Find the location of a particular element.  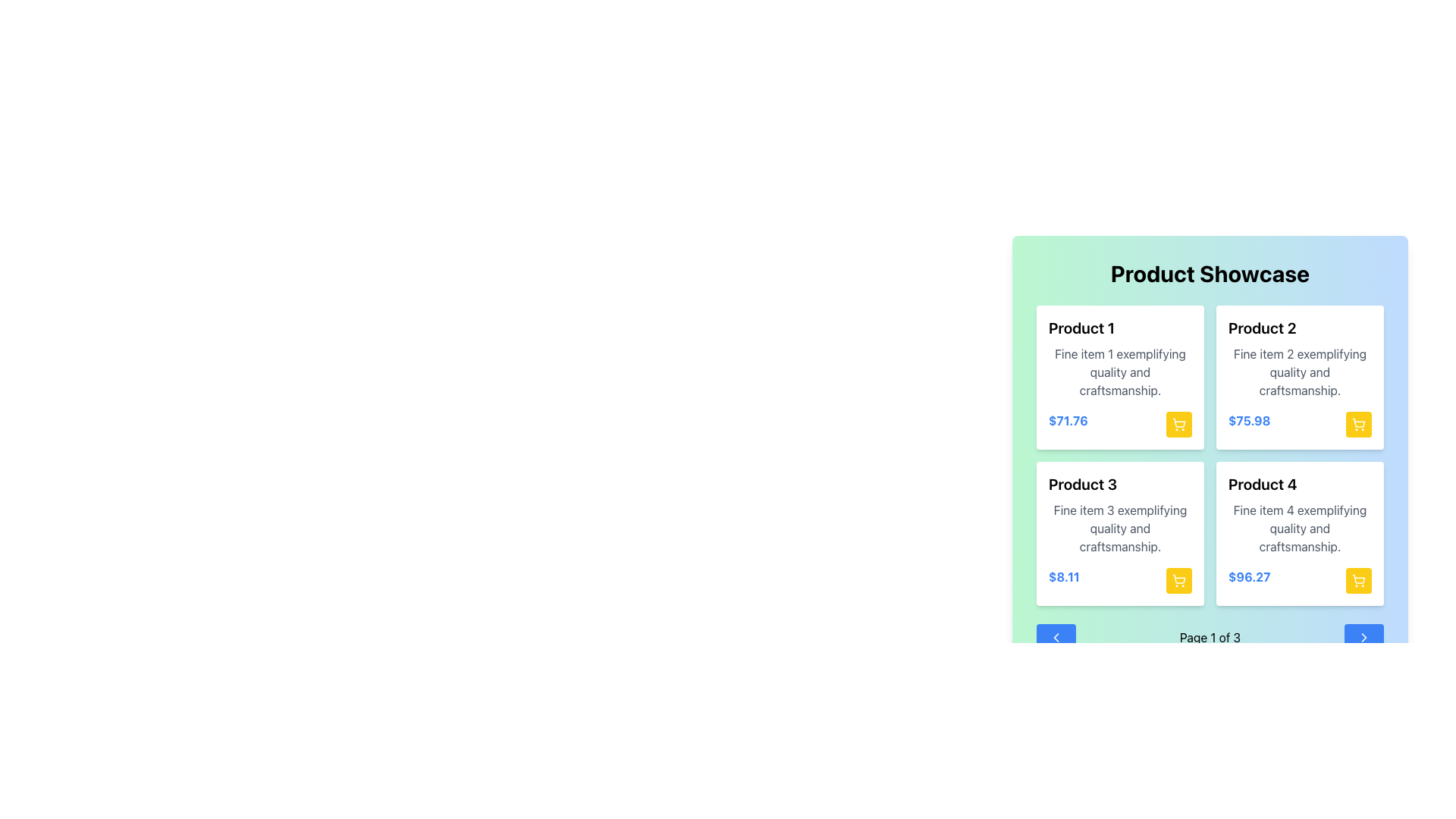

description and details of the Product card titled 'Product 1', which contains the price '$71.76' and a yellow shopping cart button in the lower-right corner is located at coordinates (1120, 376).